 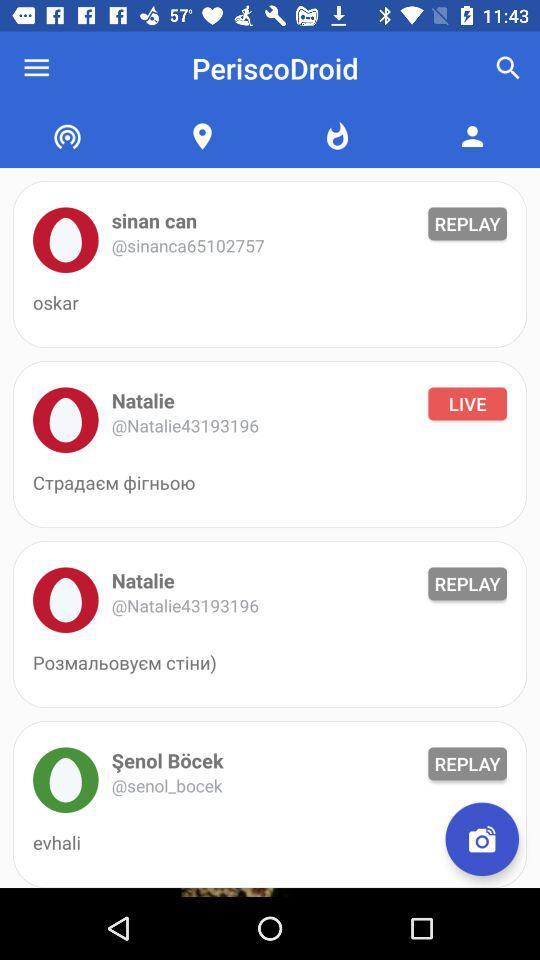 I want to click on user icon, so click(x=65, y=779).